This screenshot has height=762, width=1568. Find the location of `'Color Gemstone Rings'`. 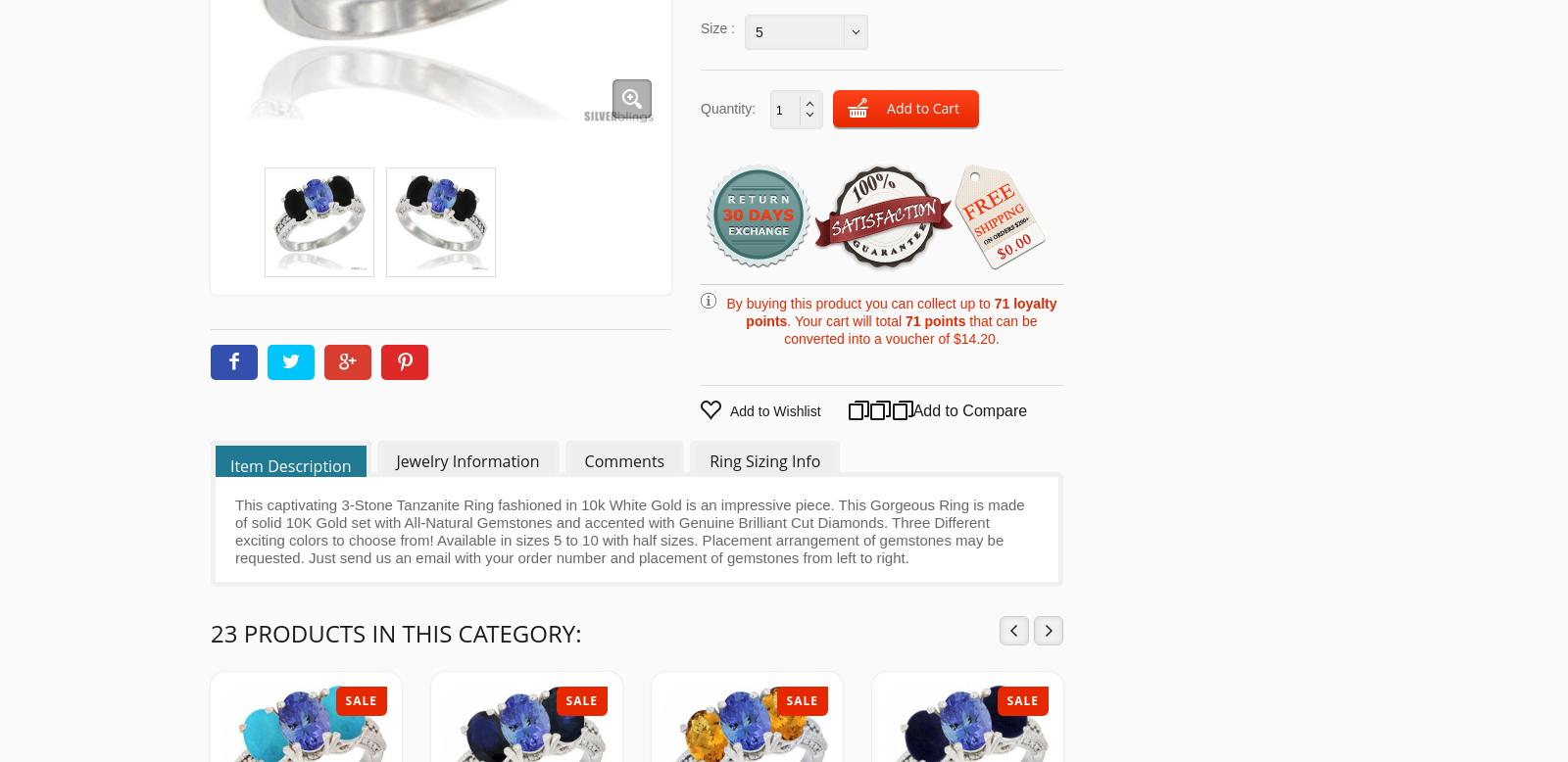

'Color Gemstone Rings' is located at coordinates (1019, 15).